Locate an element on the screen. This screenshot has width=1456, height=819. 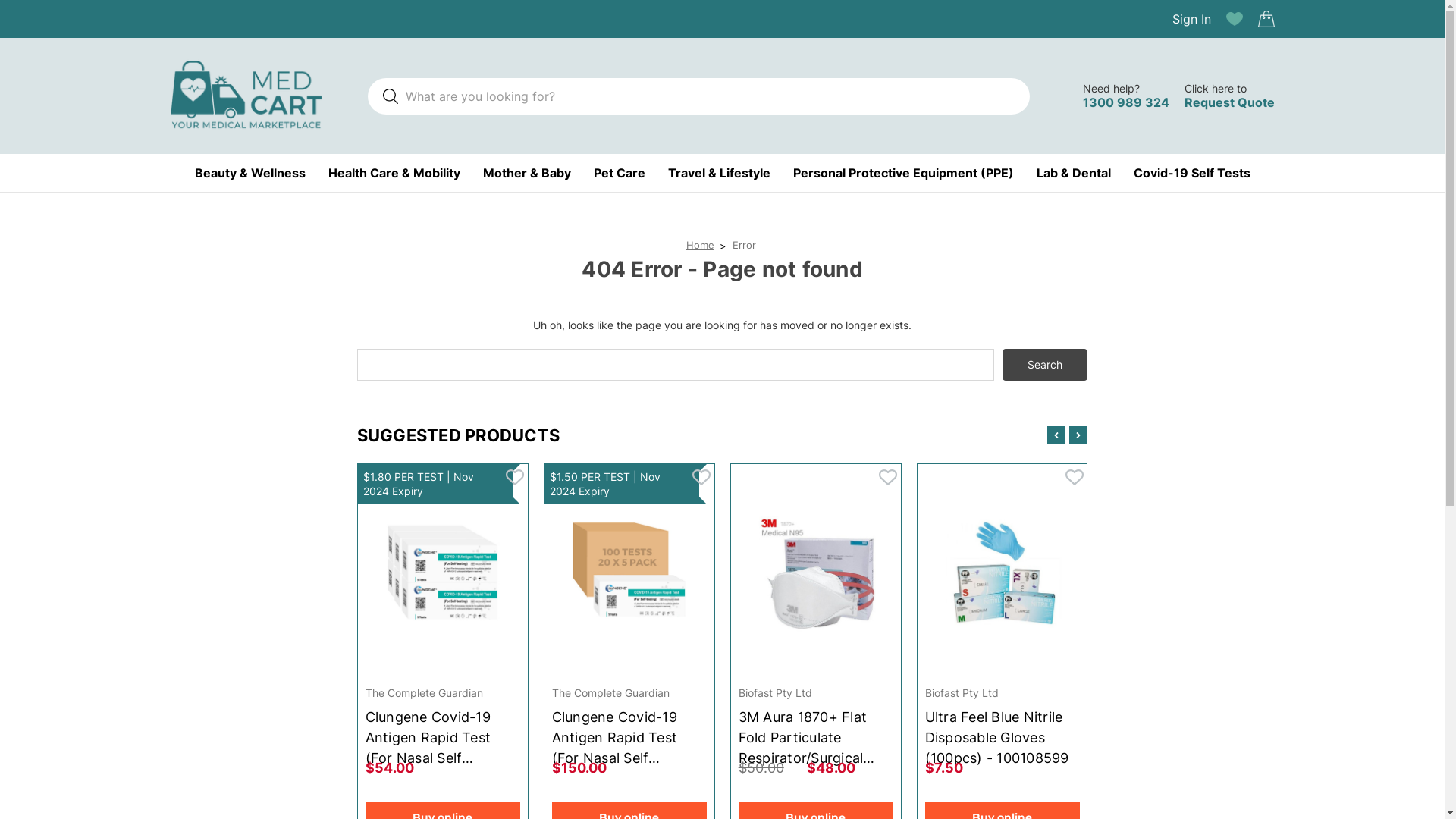
'Request Quote' is located at coordinates (1229, 102).